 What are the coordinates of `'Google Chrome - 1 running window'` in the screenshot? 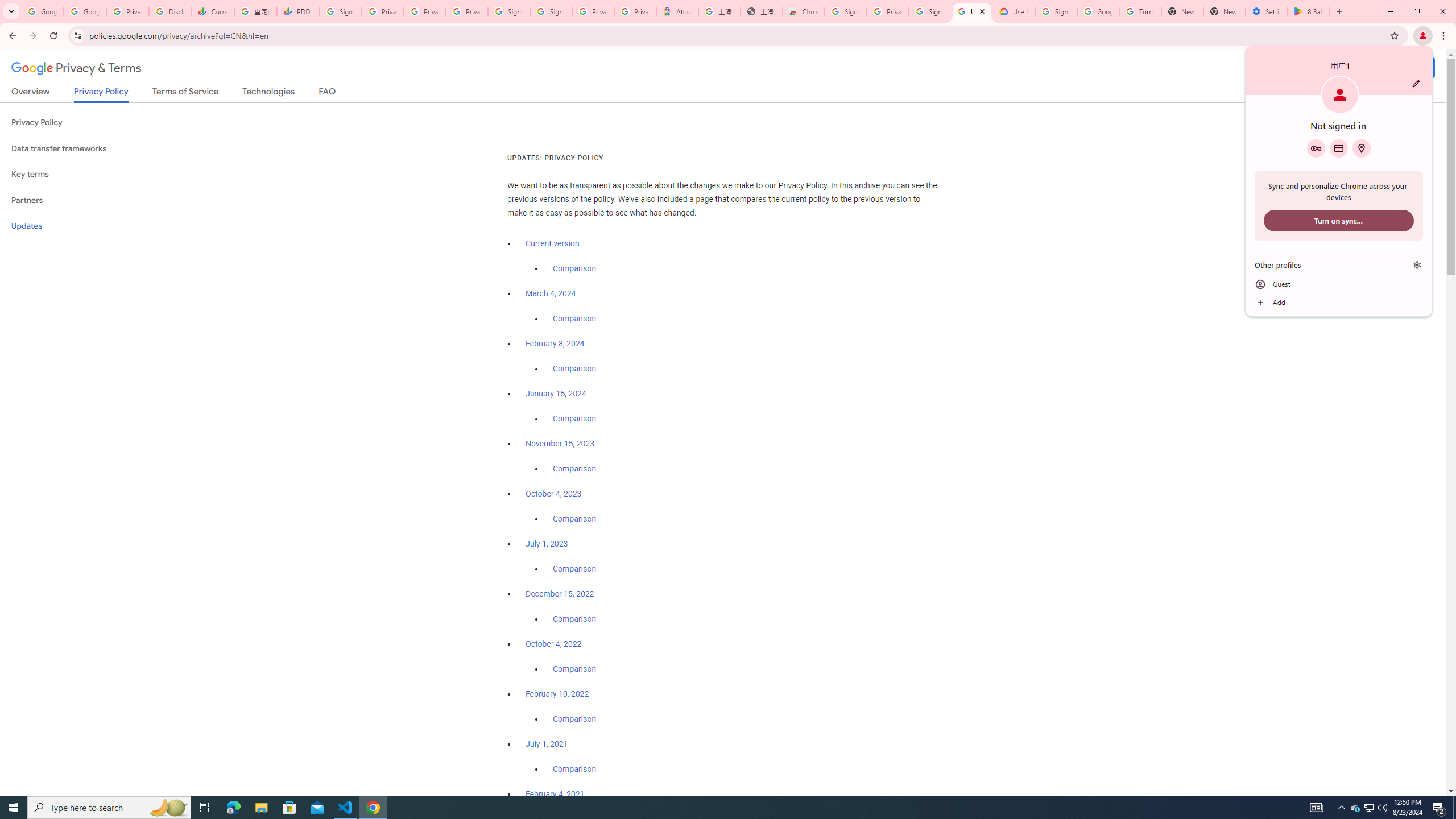 It's located at (373, 806).